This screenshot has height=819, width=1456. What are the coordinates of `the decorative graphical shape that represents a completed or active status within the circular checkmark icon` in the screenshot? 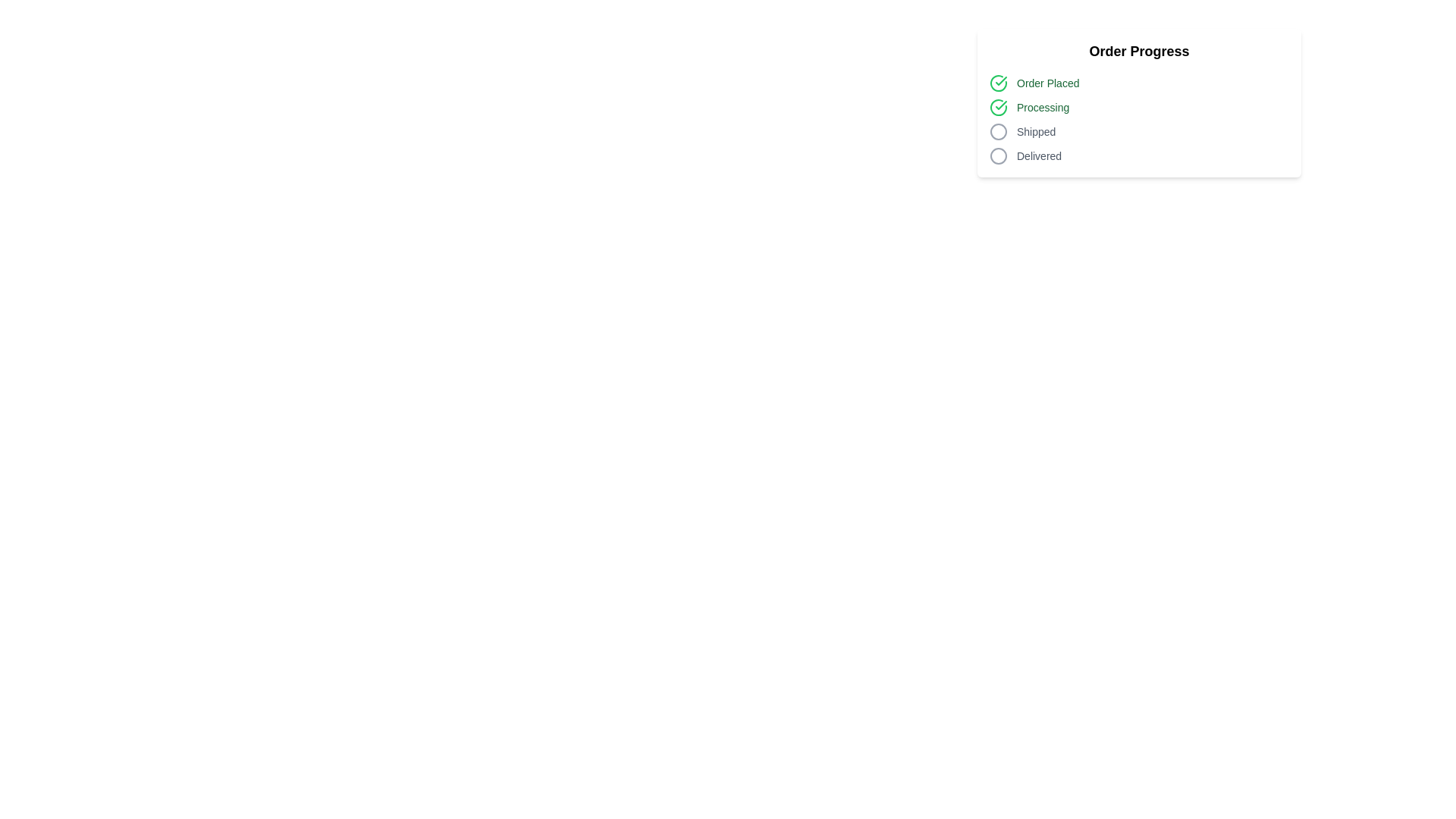 It's located at (998, 107).